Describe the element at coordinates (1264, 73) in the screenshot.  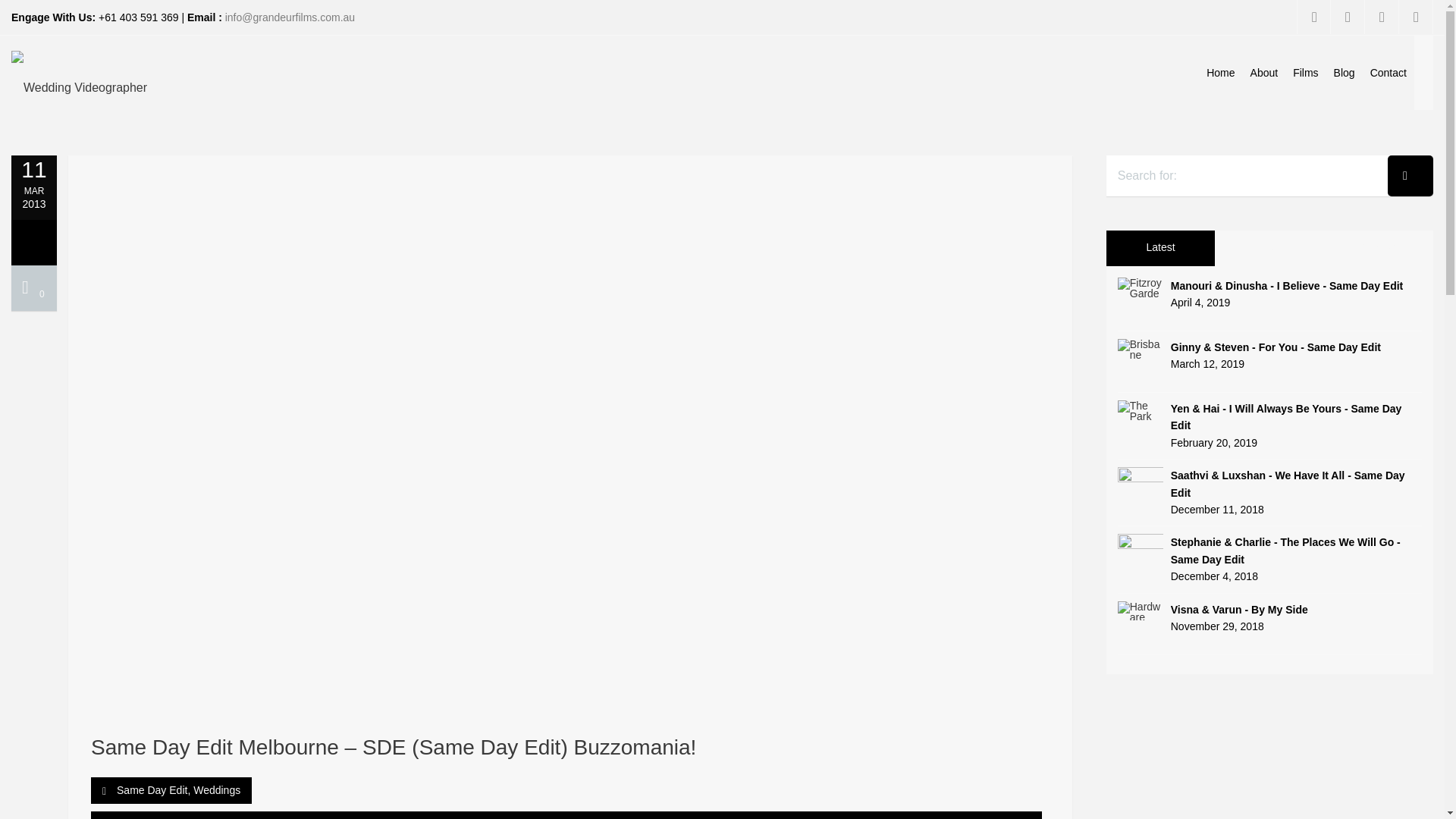
I see `'About'` at that location.